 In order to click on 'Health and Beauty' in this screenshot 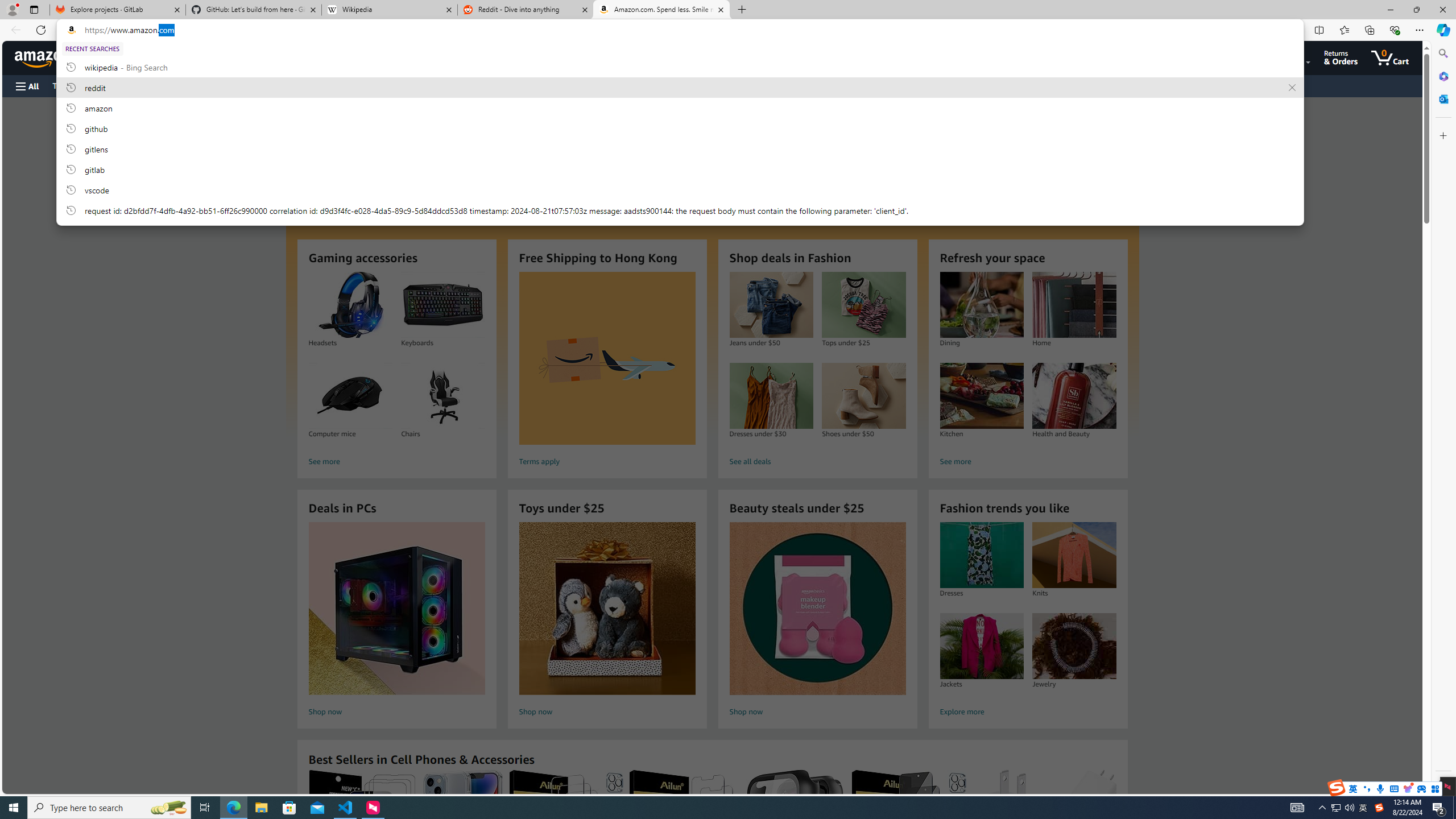, I will do `click(1074, 396)`.